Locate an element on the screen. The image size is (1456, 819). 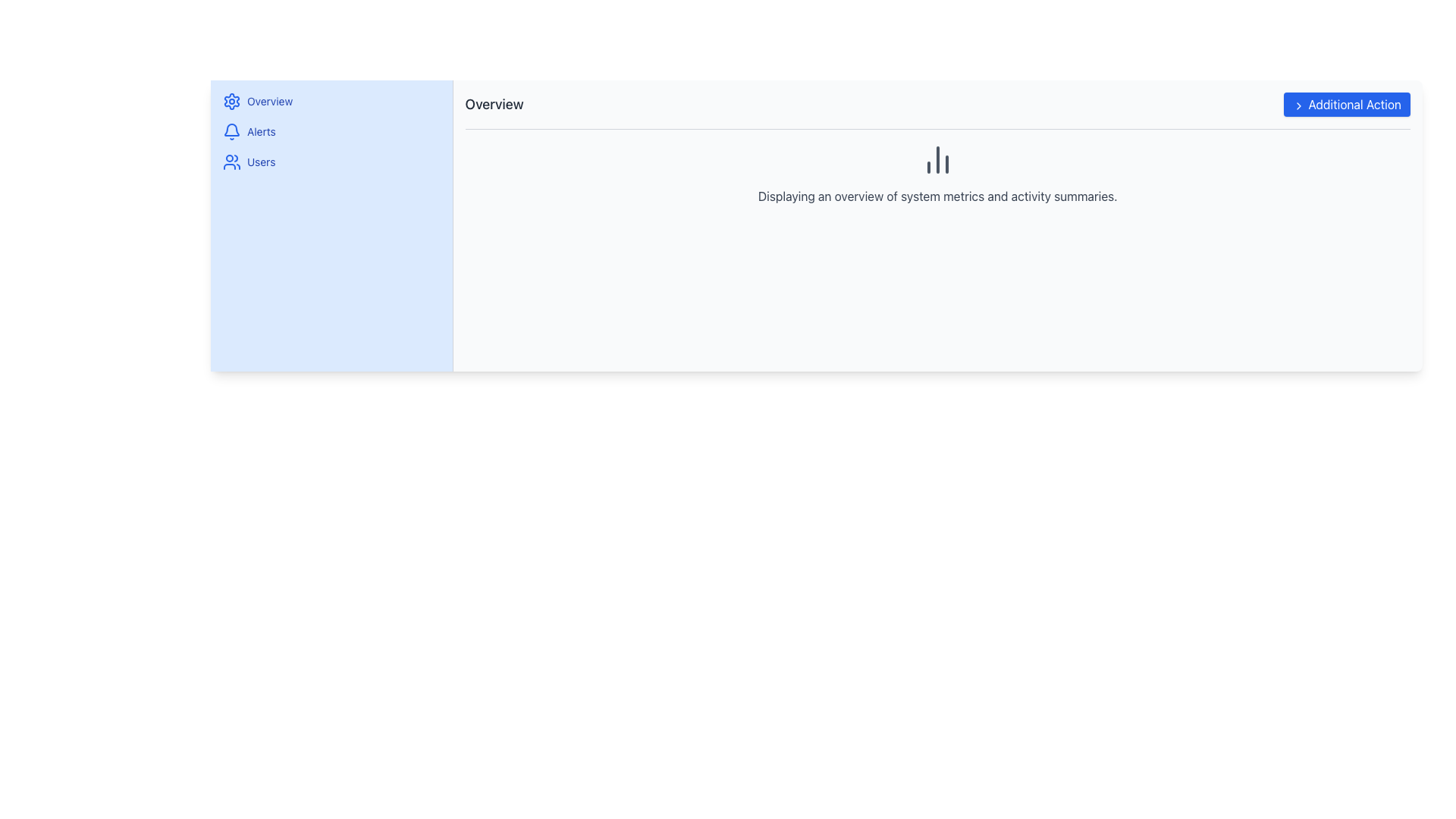
the 'Additional Action' button located at the top-right corner of the 'Overview' section is located at coordinates (1347, 104).